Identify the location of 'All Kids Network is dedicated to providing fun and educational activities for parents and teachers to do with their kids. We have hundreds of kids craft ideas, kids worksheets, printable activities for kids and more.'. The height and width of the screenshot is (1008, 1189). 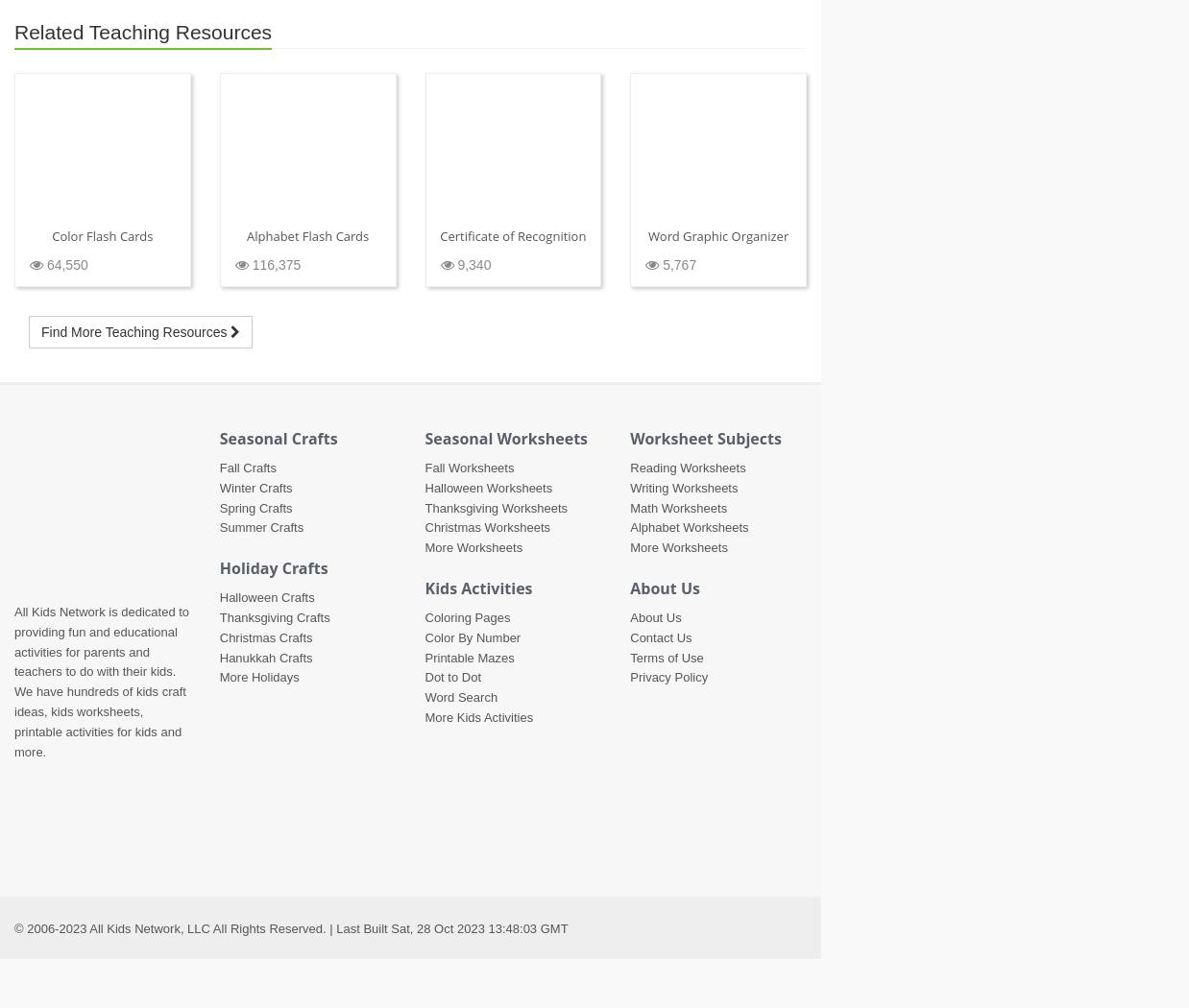
(12, 682).